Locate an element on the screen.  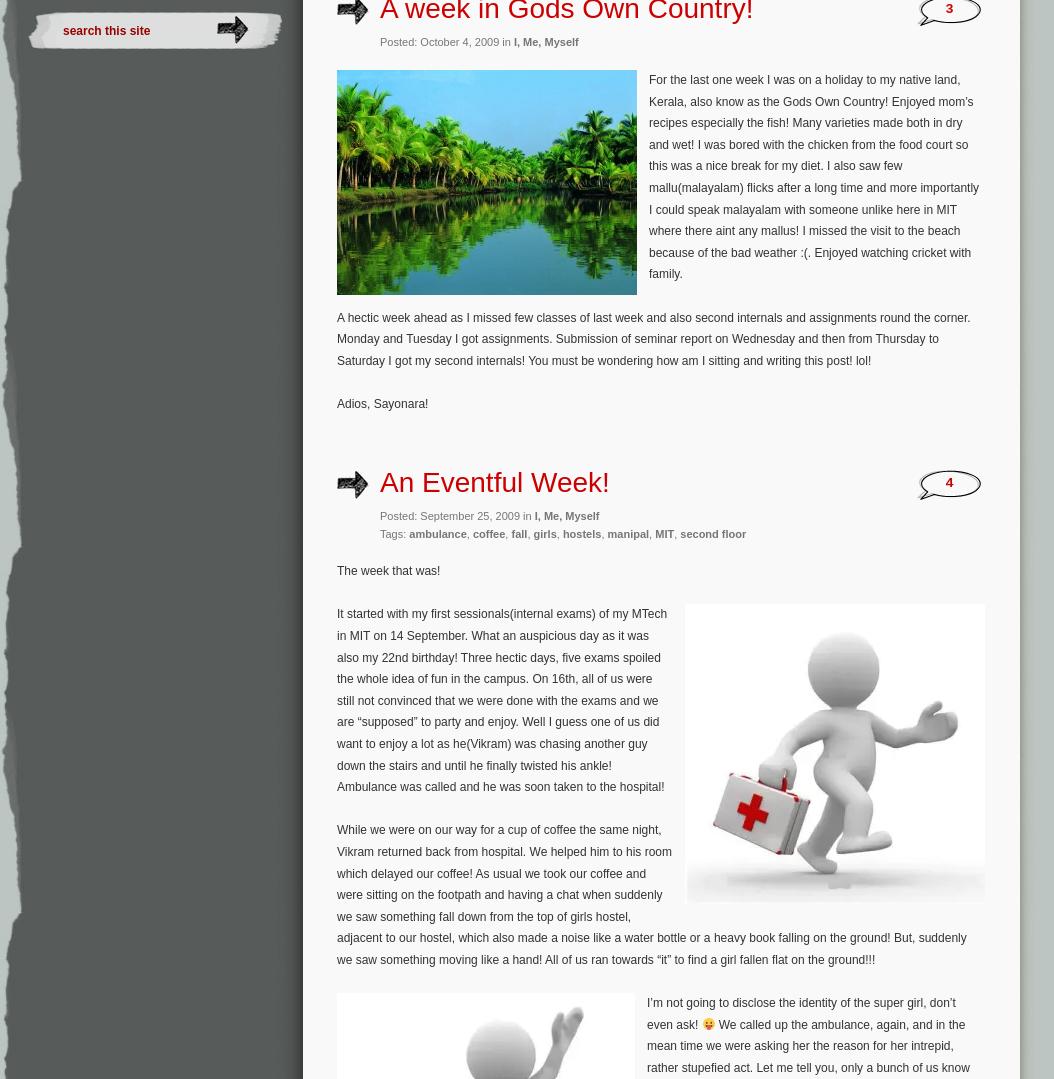
'hostels' is located at coordinates (561, 533).